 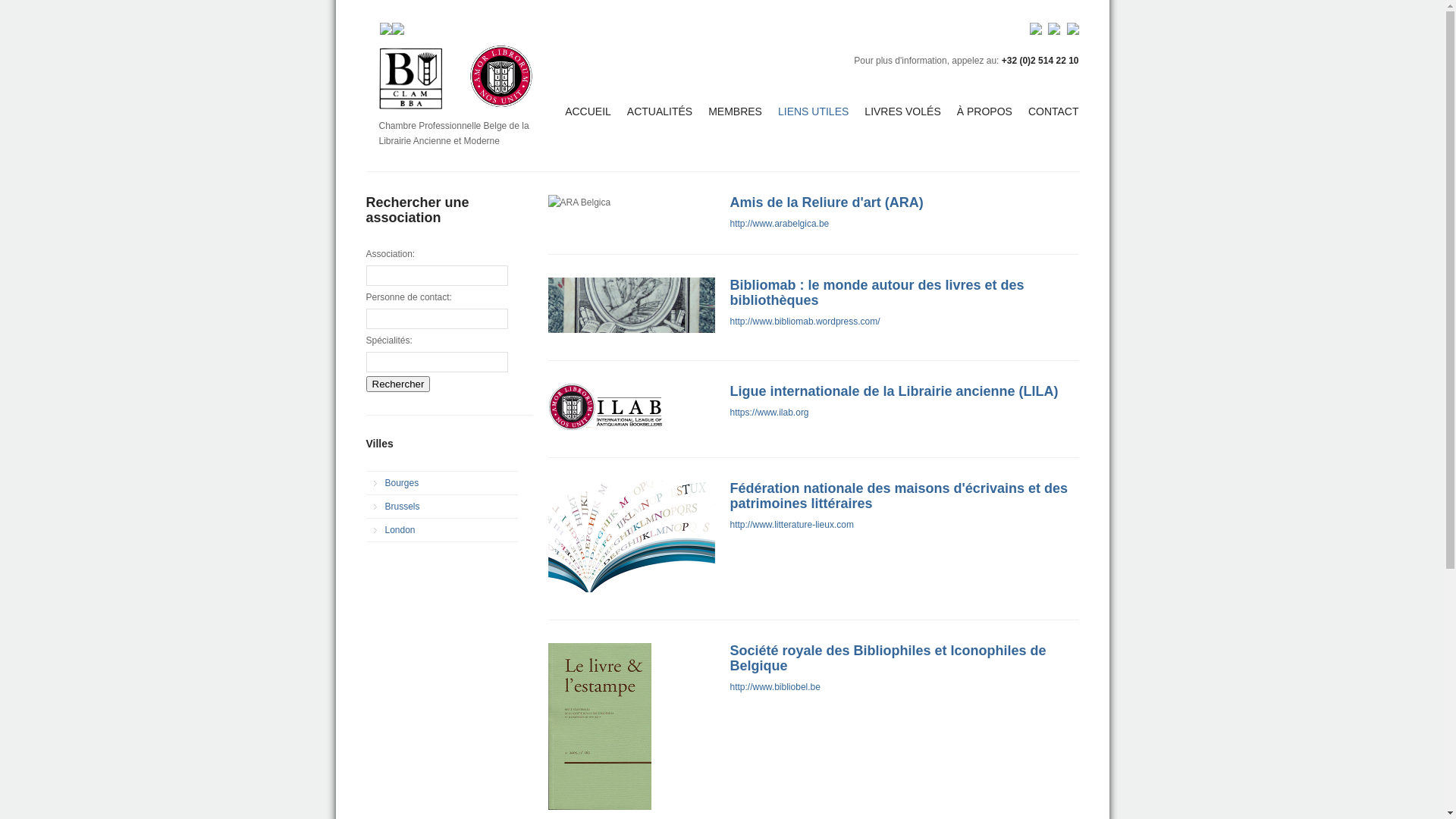 I want to click on 'Rechercher', so click(x=365, y=383).